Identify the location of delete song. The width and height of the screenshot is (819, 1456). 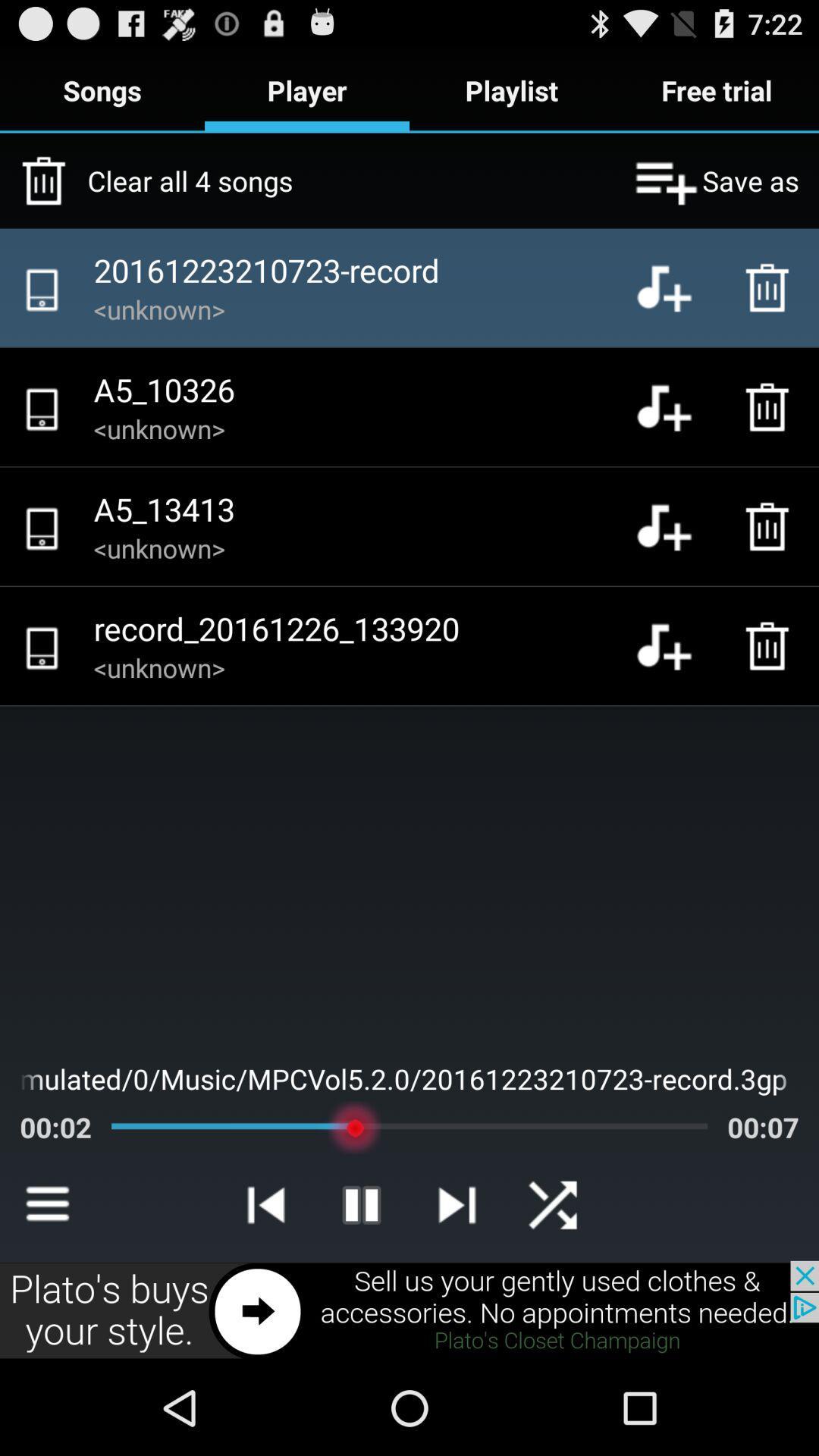
(771, 287).